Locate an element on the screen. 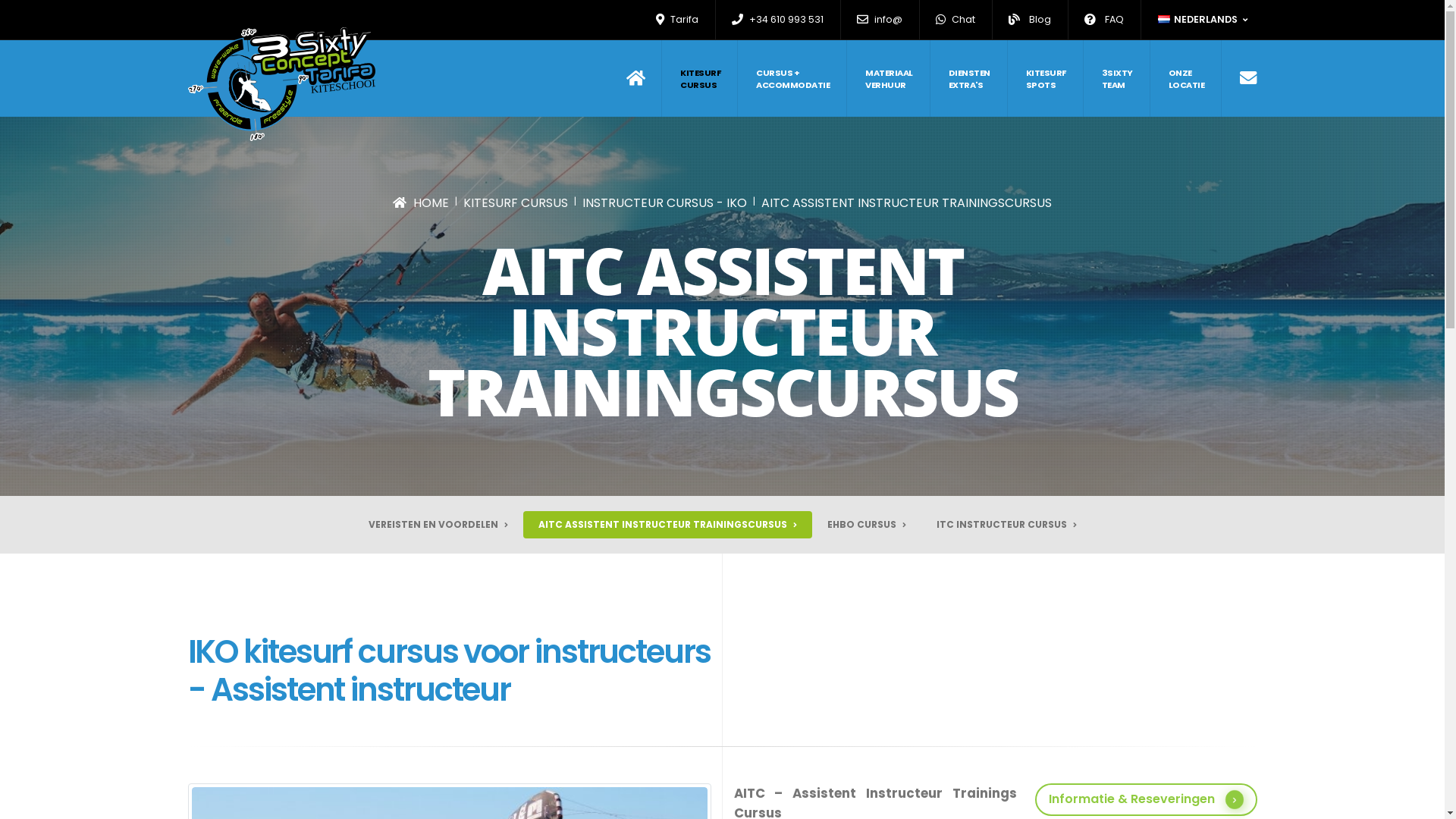  'ITC INSTRUCTEUR CURSUS' is located at coordinates (1006, 523).